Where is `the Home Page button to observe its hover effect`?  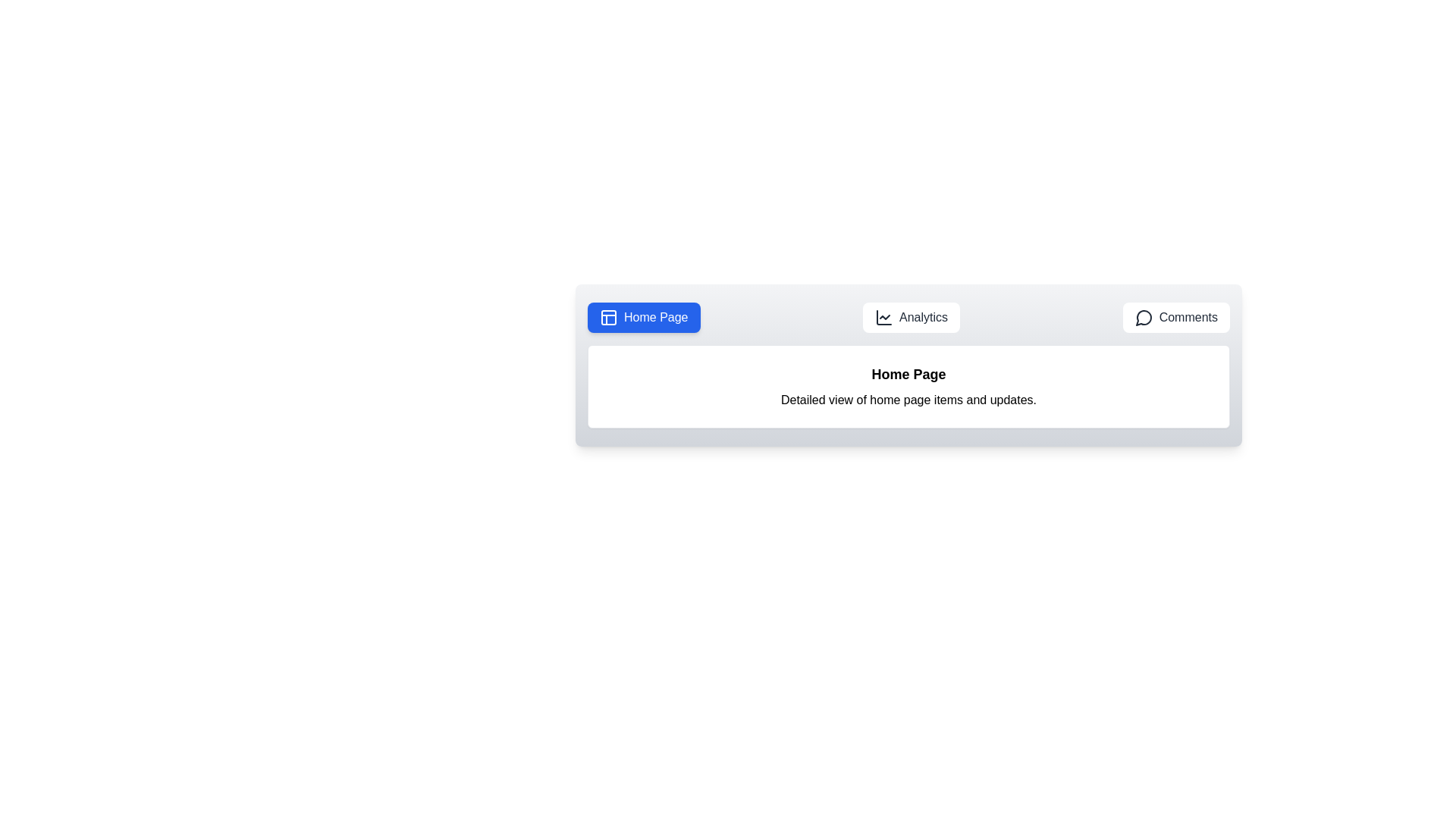
the Home Page button to observe its hover effect is located at coordinates (644, 317).